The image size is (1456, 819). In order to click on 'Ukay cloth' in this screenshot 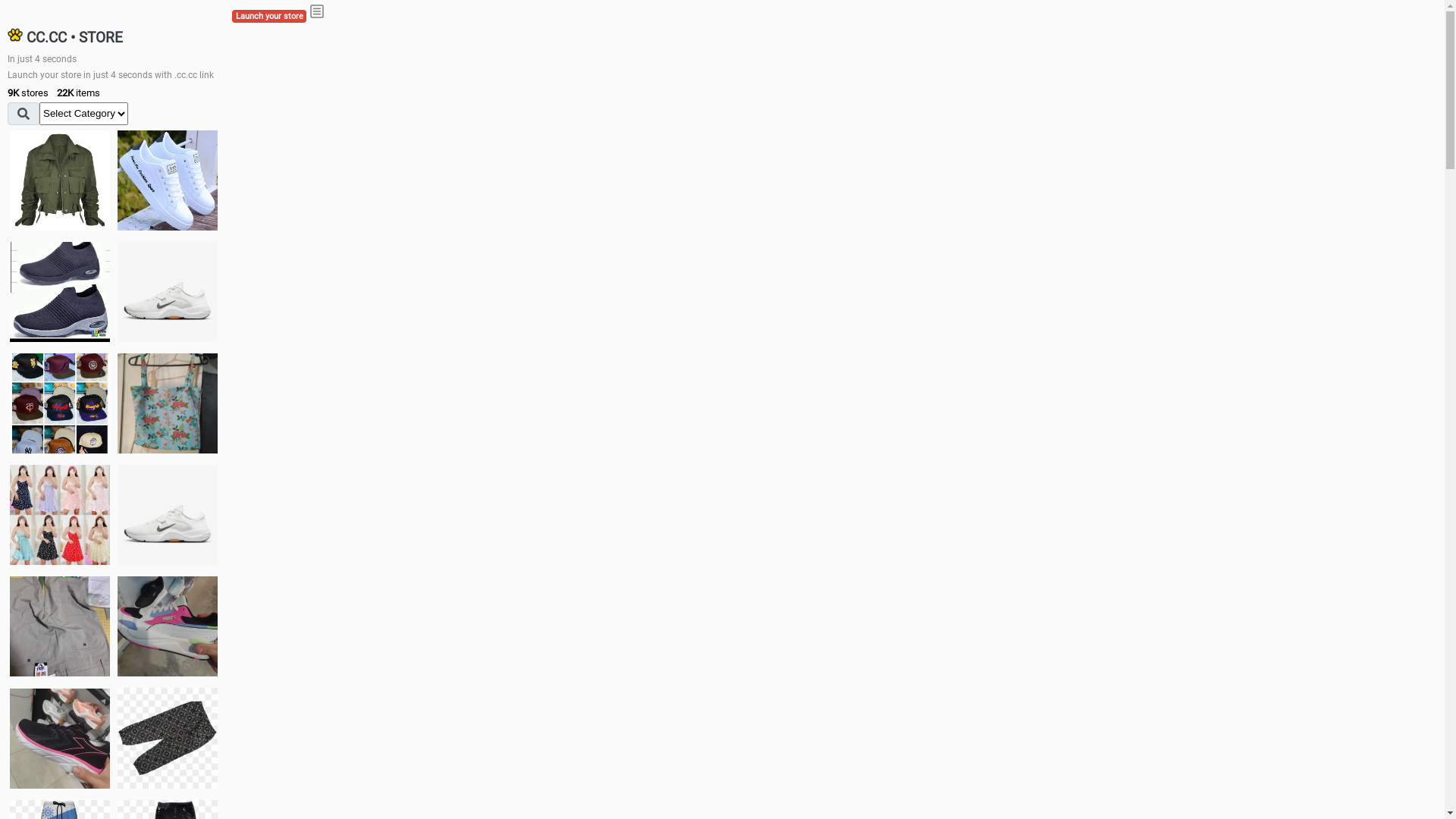, I will do `click(167, 403)`.